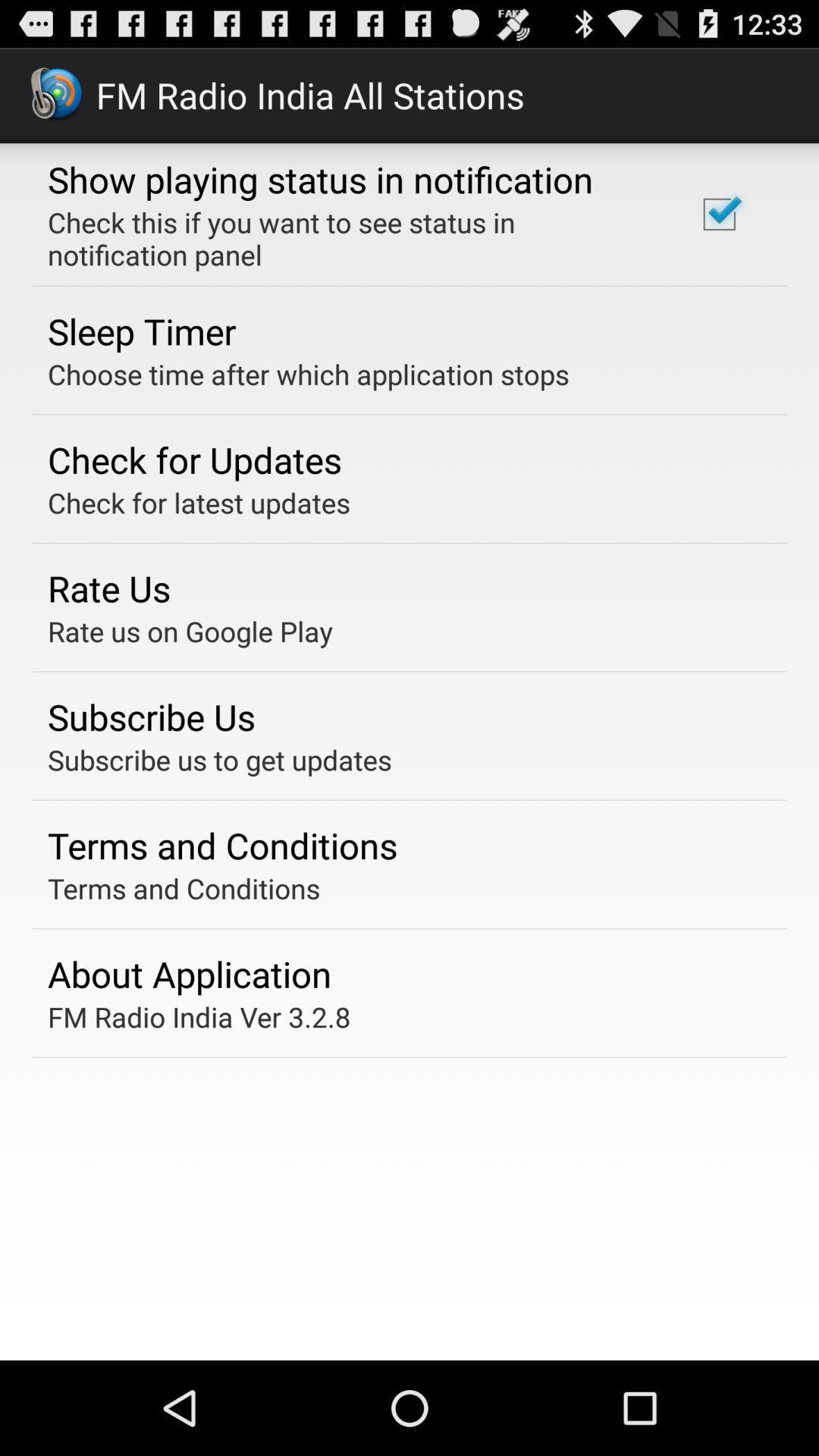 This screenshot has width=819, height=1456. I want to click on icon above the fm radio india icon, so click(189, 974).